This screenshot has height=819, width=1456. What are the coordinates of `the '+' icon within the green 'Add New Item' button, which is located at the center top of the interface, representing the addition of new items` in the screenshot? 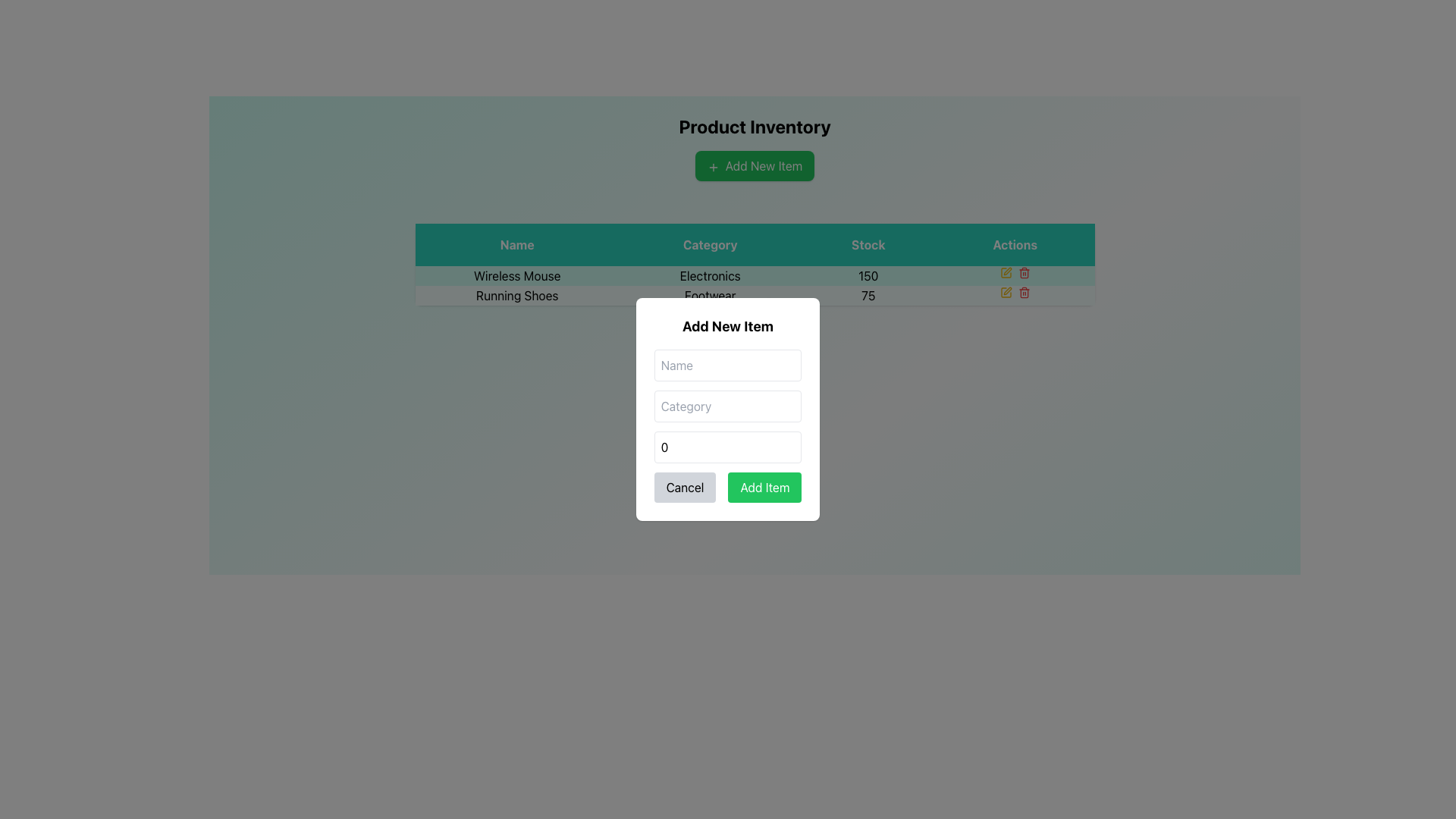 It's located at (712, 167).